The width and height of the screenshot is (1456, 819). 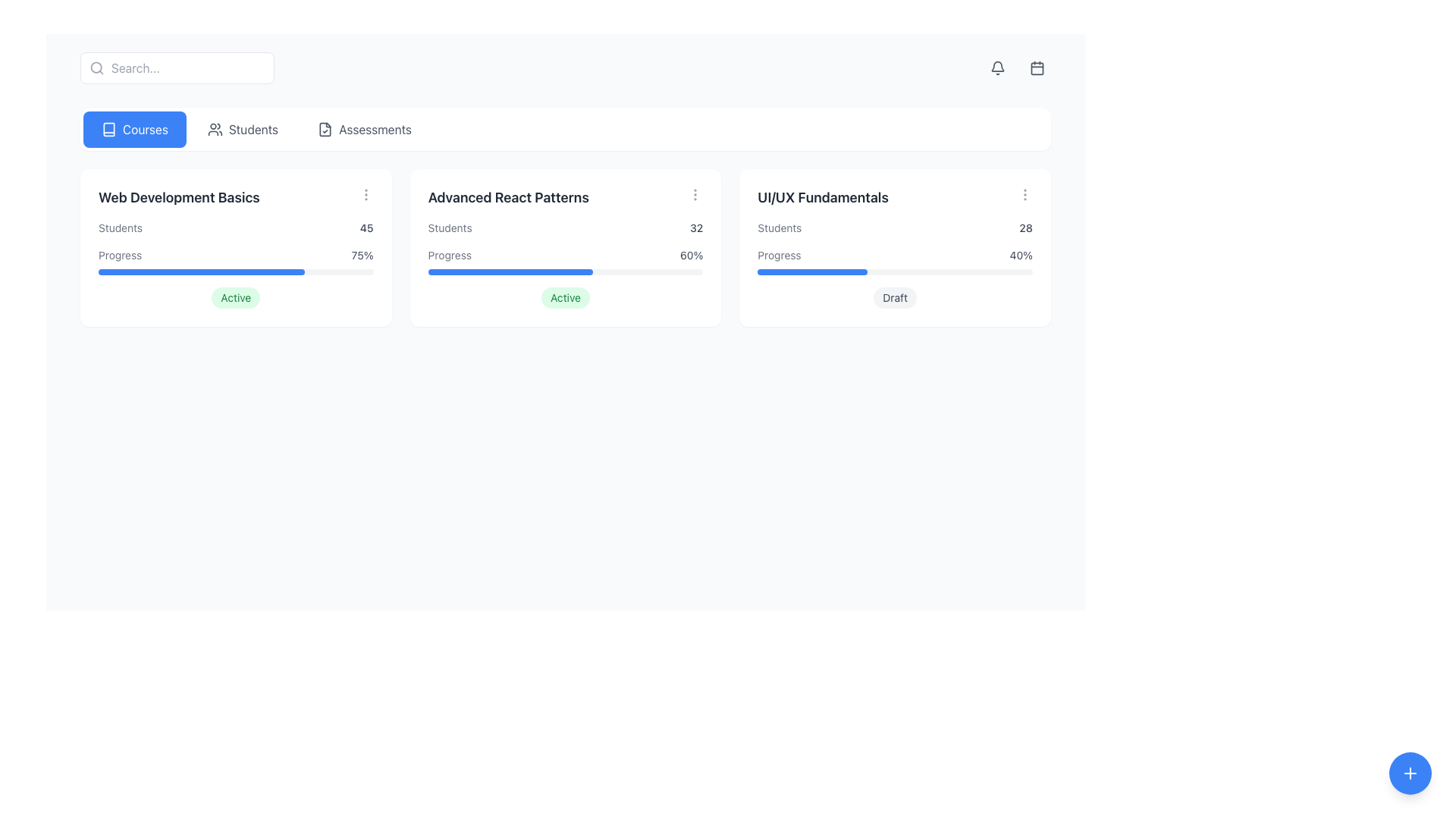 I want to click on the text label displaying '28' that is styled in dark gray and appears alongside 'Students' within the 'UI/UX Fundamentals' card in the third column, so click(x=1026, y=227).